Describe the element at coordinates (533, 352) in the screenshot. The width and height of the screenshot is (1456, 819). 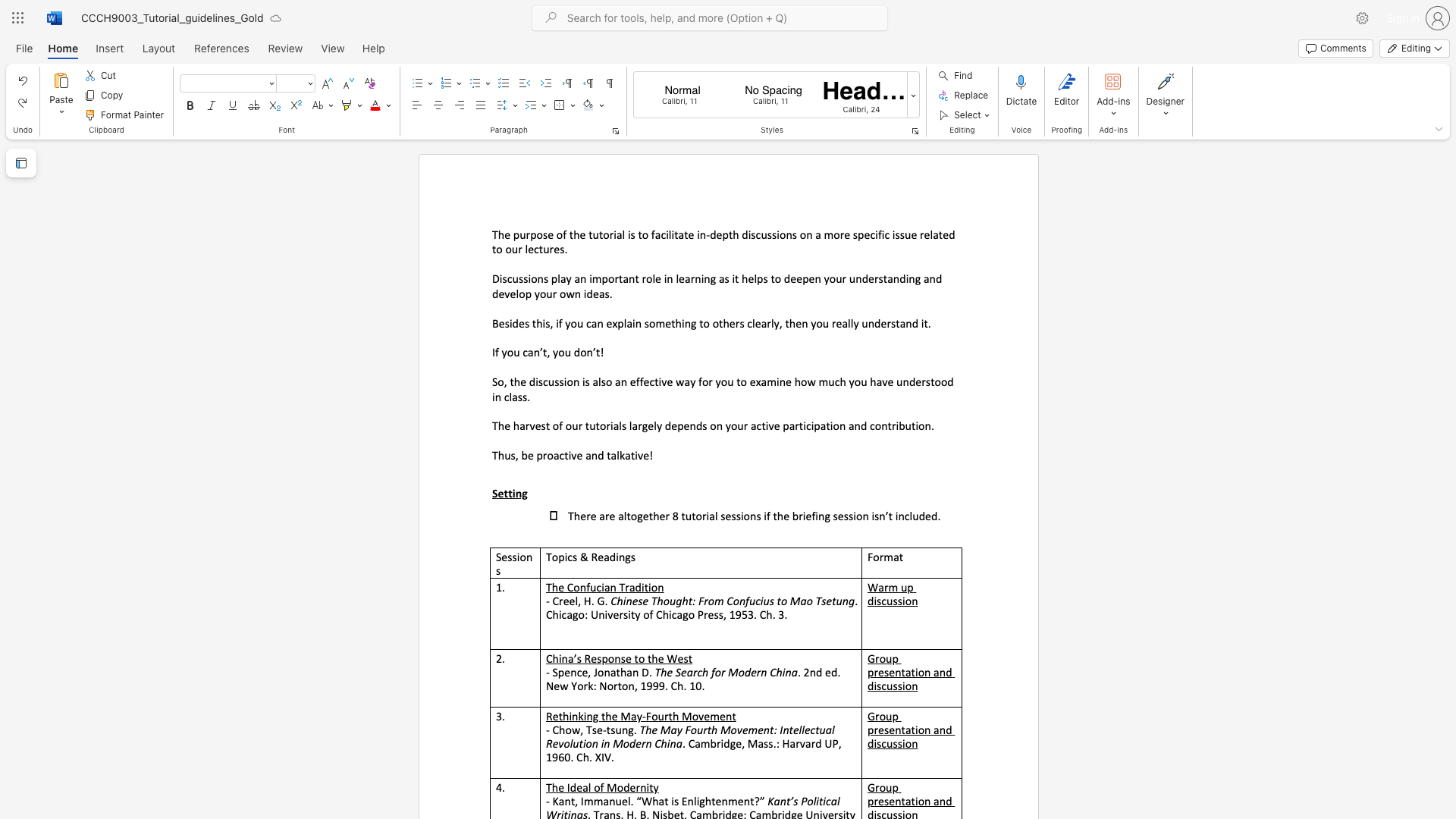
I see `the space between the continuous character "a" and "n" in the text` at that location.